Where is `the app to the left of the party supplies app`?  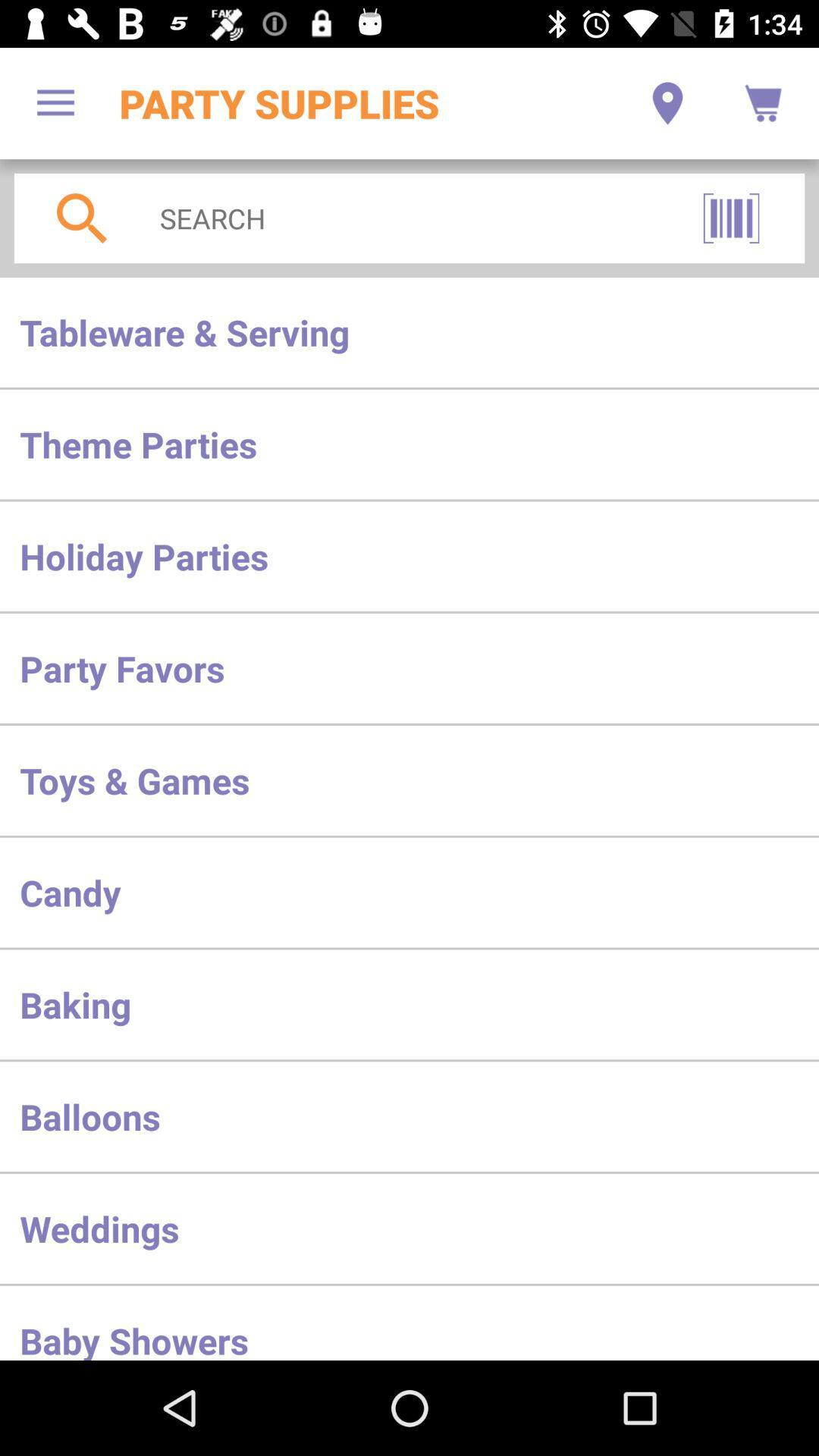
the app to the left of the party supplies app is located at coordinates (55, 102).